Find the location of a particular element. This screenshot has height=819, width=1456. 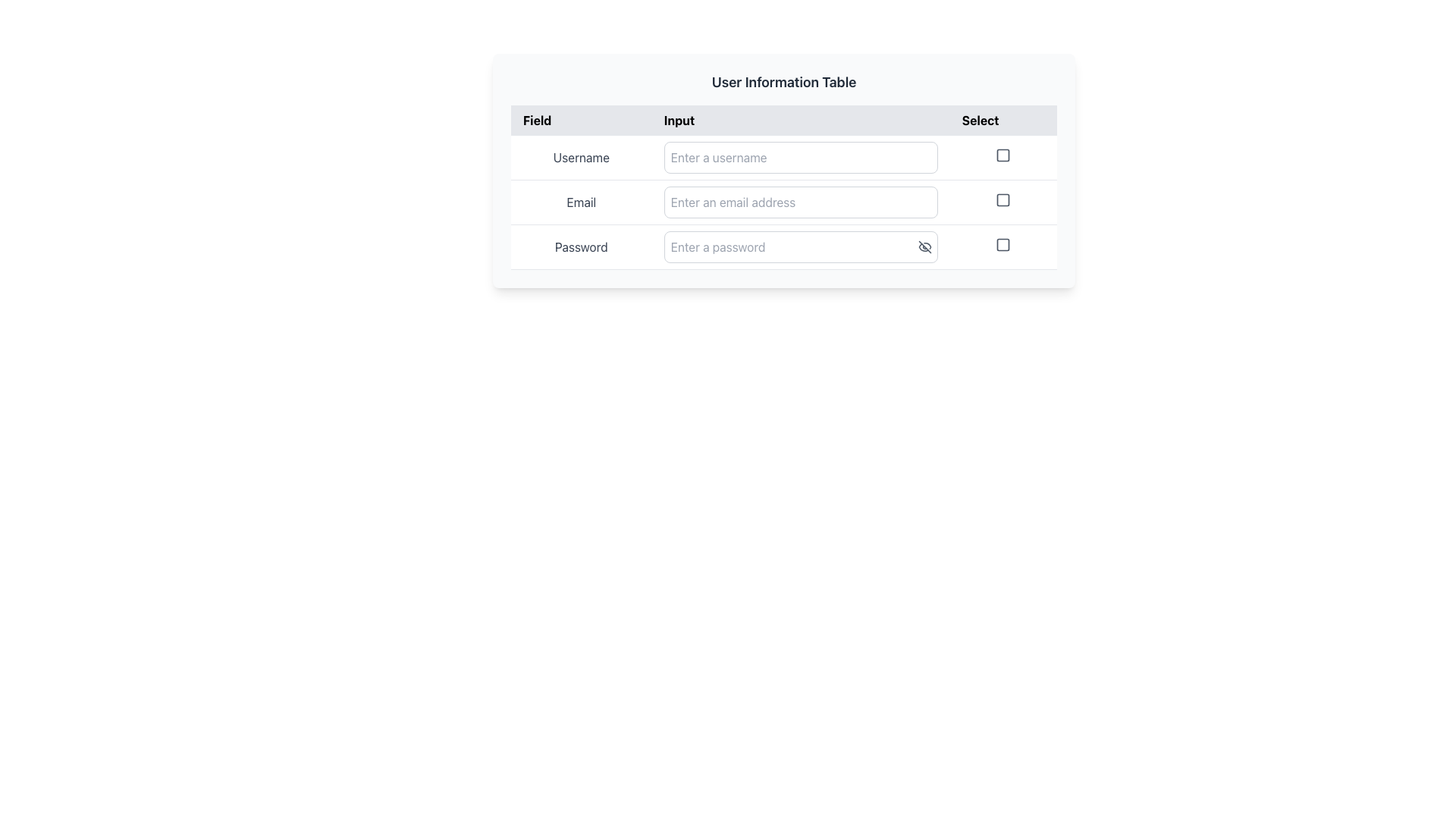

the rectangular button located at the rightmost column of the 'Password' row in the user information table is located at coordinates (1003, 246).